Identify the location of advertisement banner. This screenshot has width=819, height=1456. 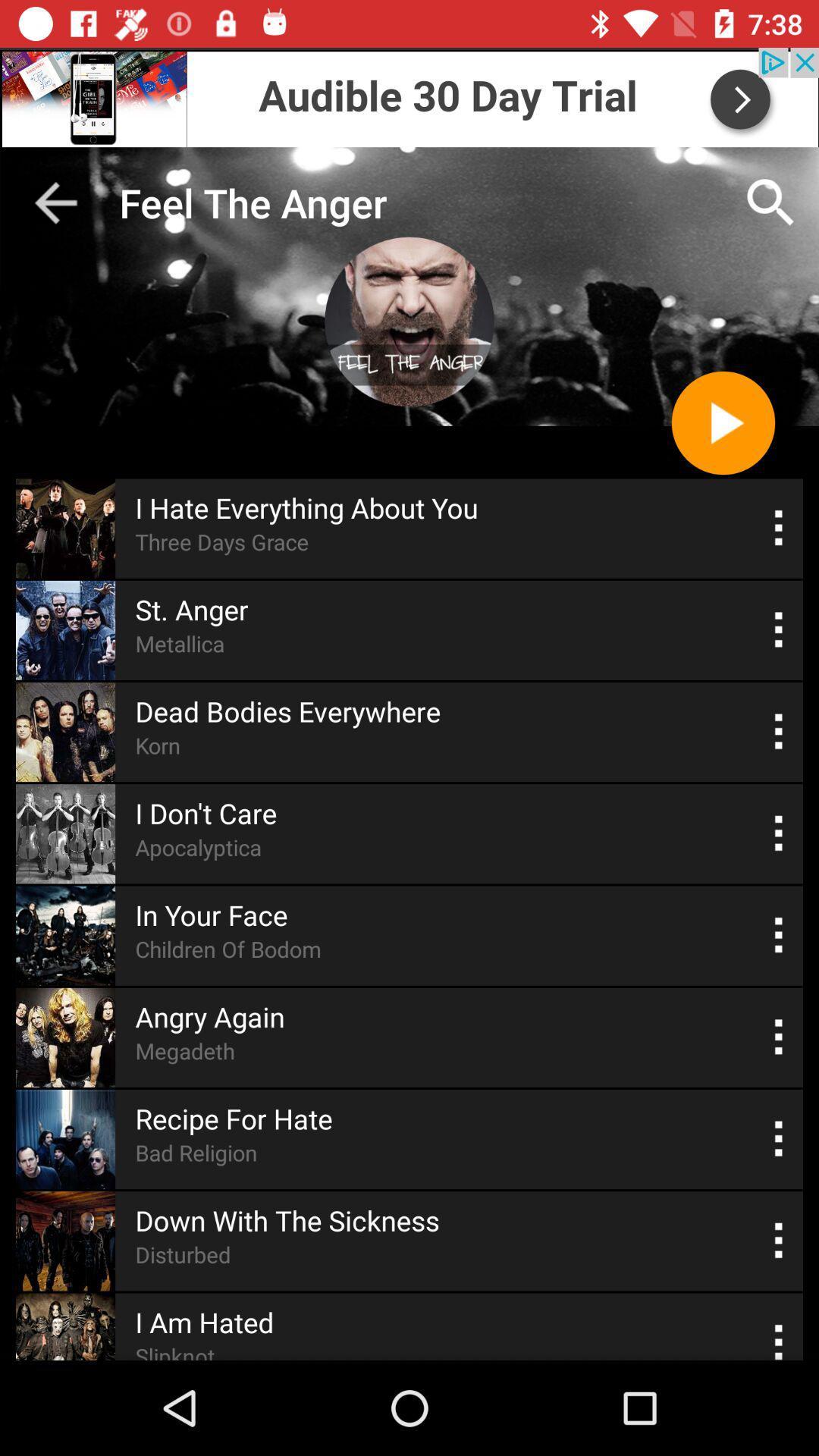
(409, 96).